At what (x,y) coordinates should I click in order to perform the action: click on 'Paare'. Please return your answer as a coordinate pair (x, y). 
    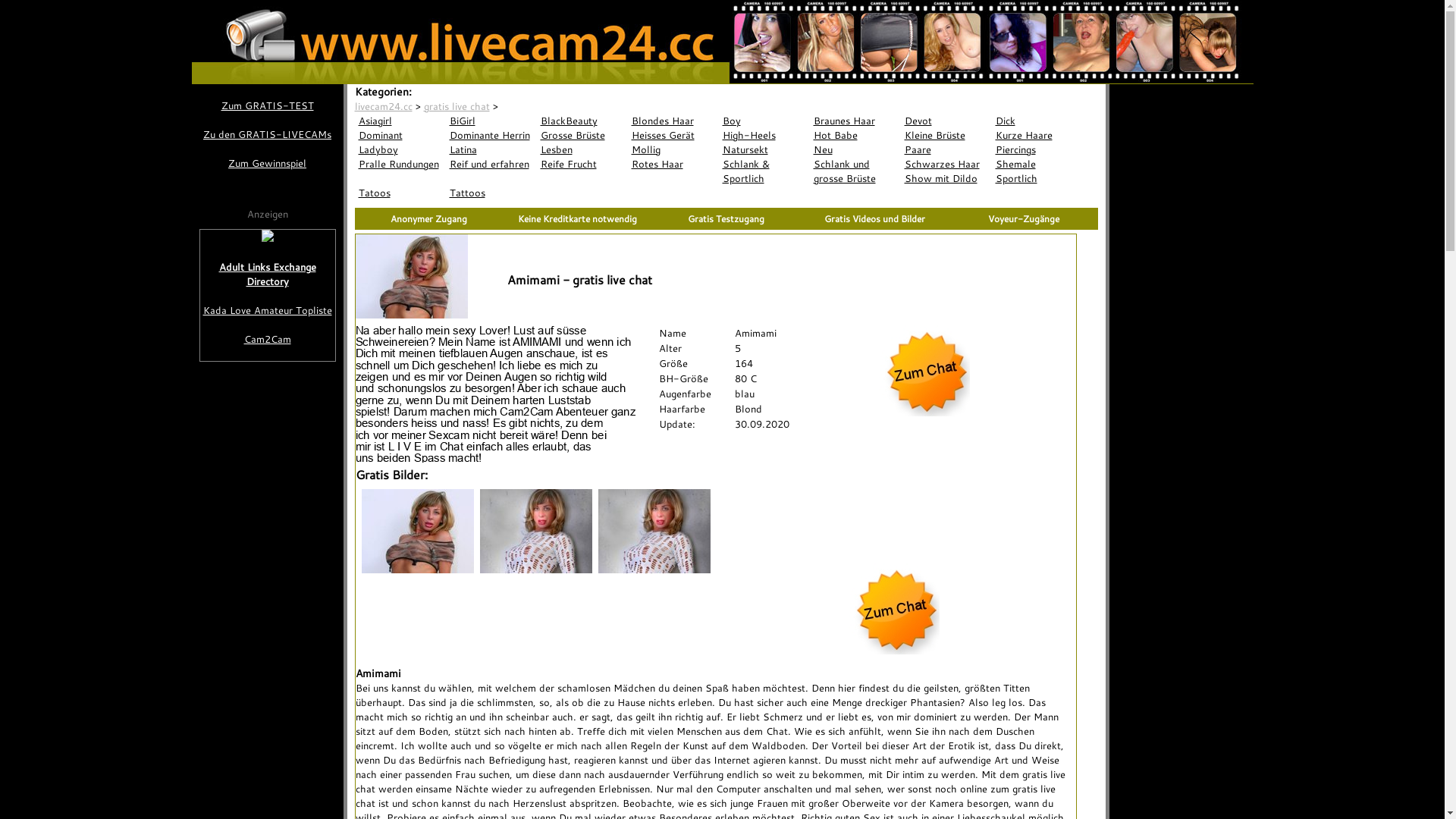
    Looking at the image, I should click on (946, 149).